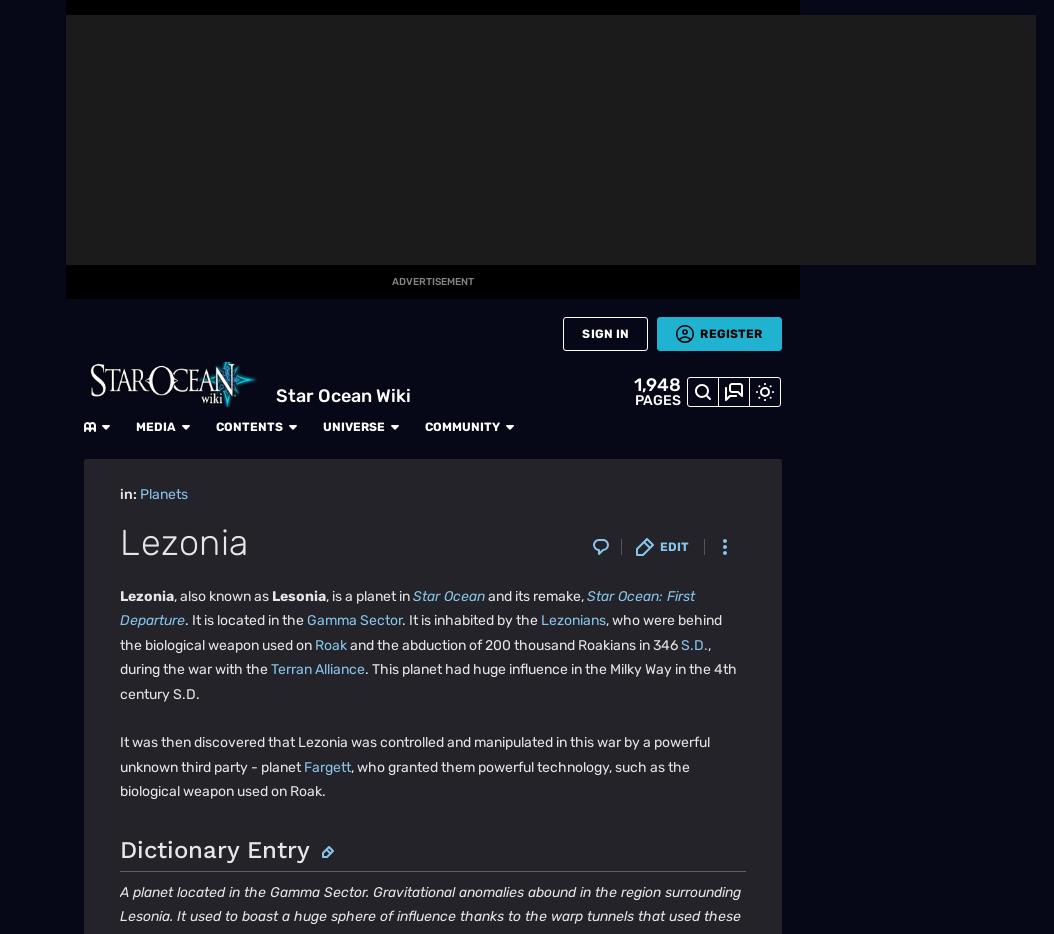 This screenshot has height=934, width=1054. Describe the element at coordinates (32, 66) in the screenshot. I see `'FANDOM'` at that location.